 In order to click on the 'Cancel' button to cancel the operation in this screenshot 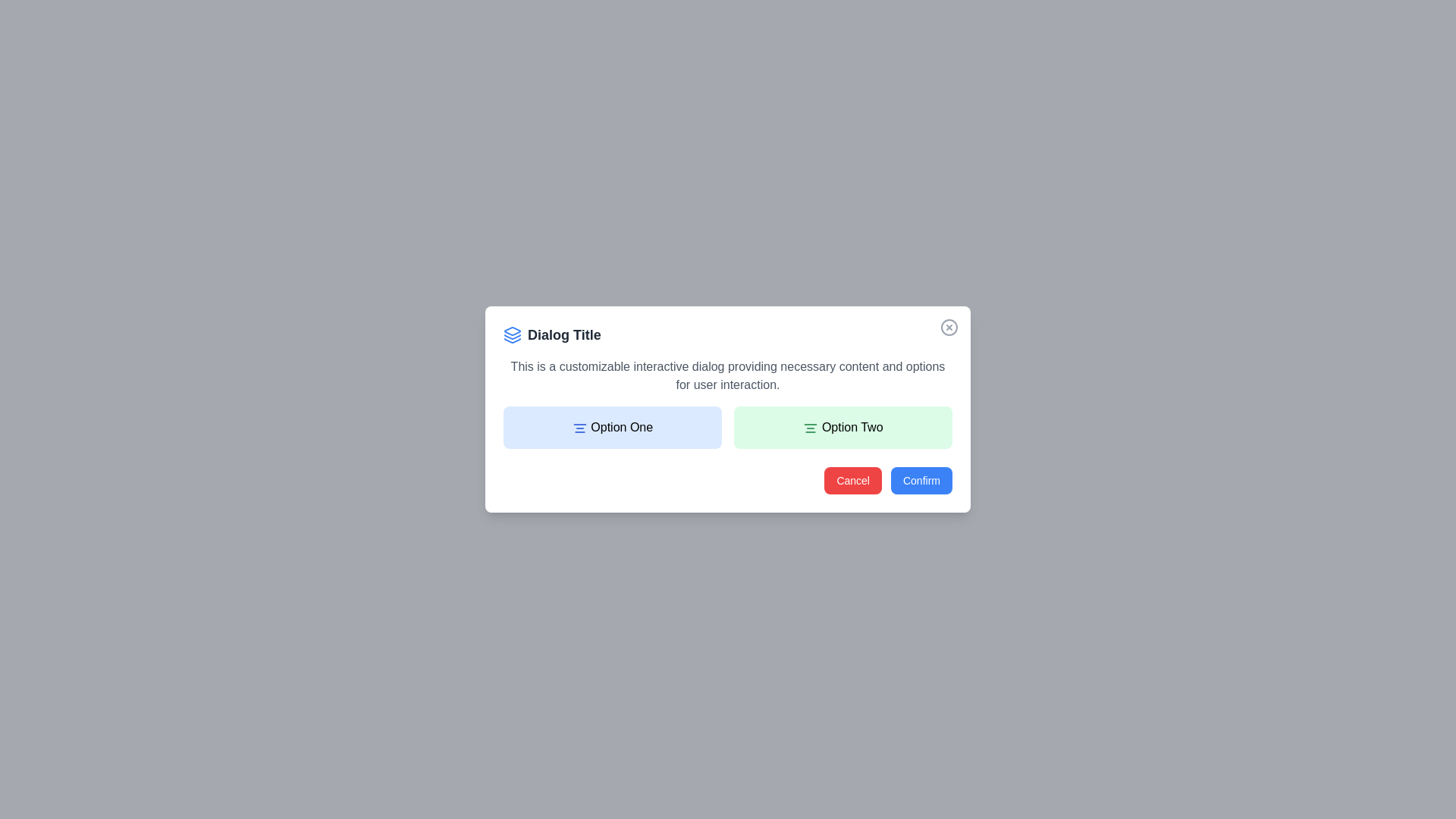, I will do `click(852, 480)`.